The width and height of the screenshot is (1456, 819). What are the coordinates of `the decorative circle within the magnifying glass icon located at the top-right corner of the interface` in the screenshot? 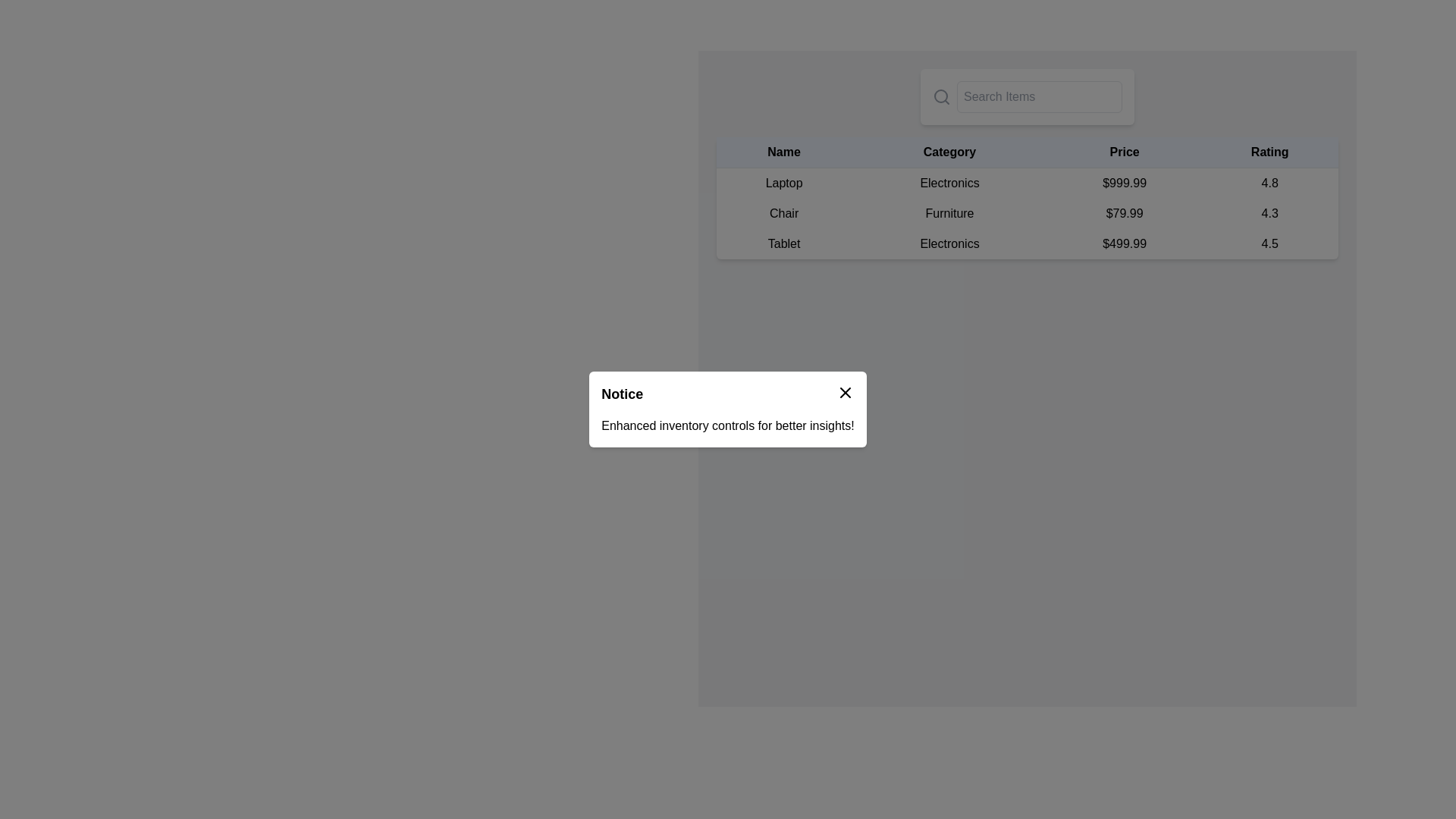 It's located at (940, 96).